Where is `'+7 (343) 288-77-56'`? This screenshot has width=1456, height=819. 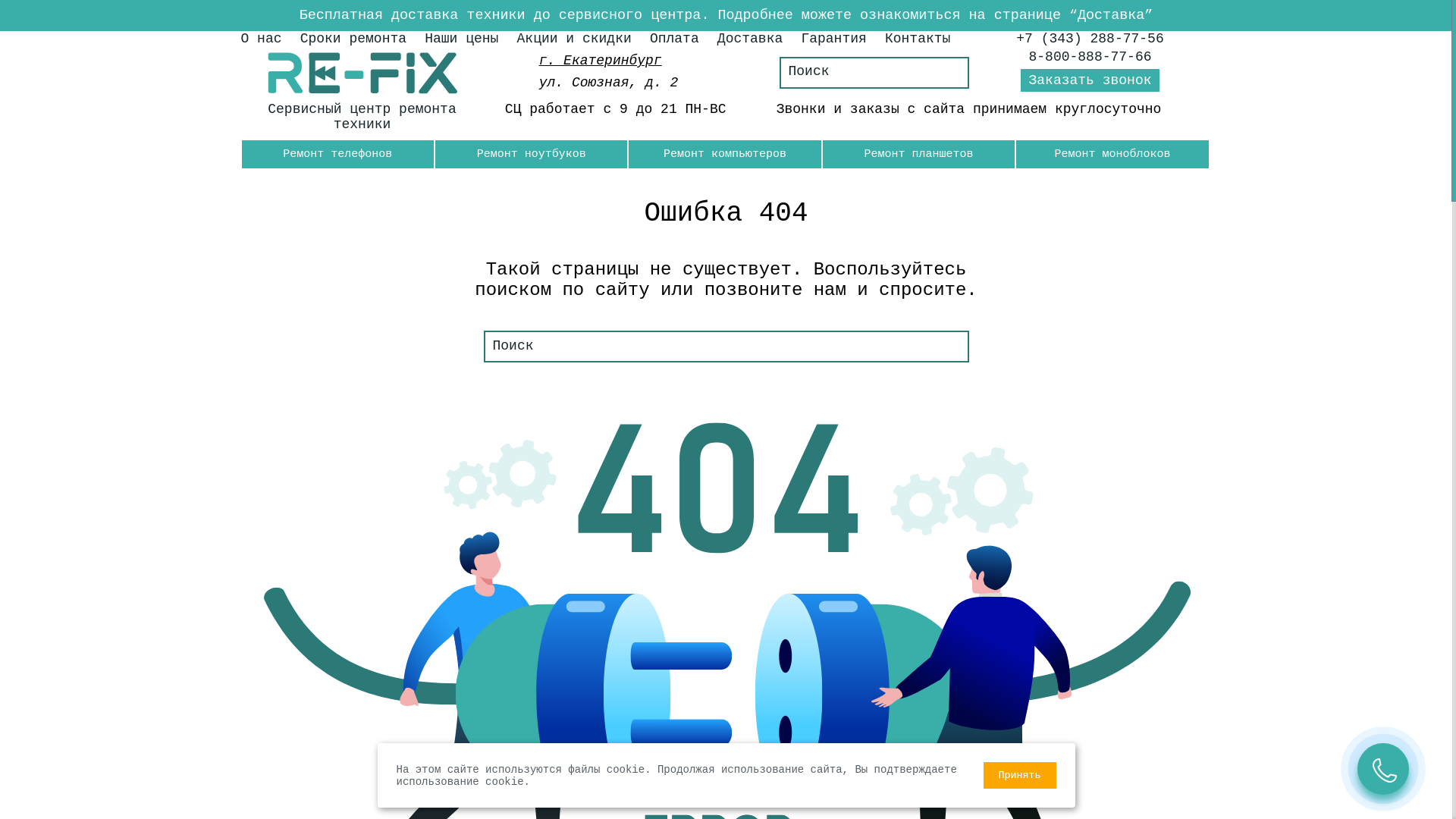 '+7 (343) 288-77-56' is located at coordinates (1088, 37).